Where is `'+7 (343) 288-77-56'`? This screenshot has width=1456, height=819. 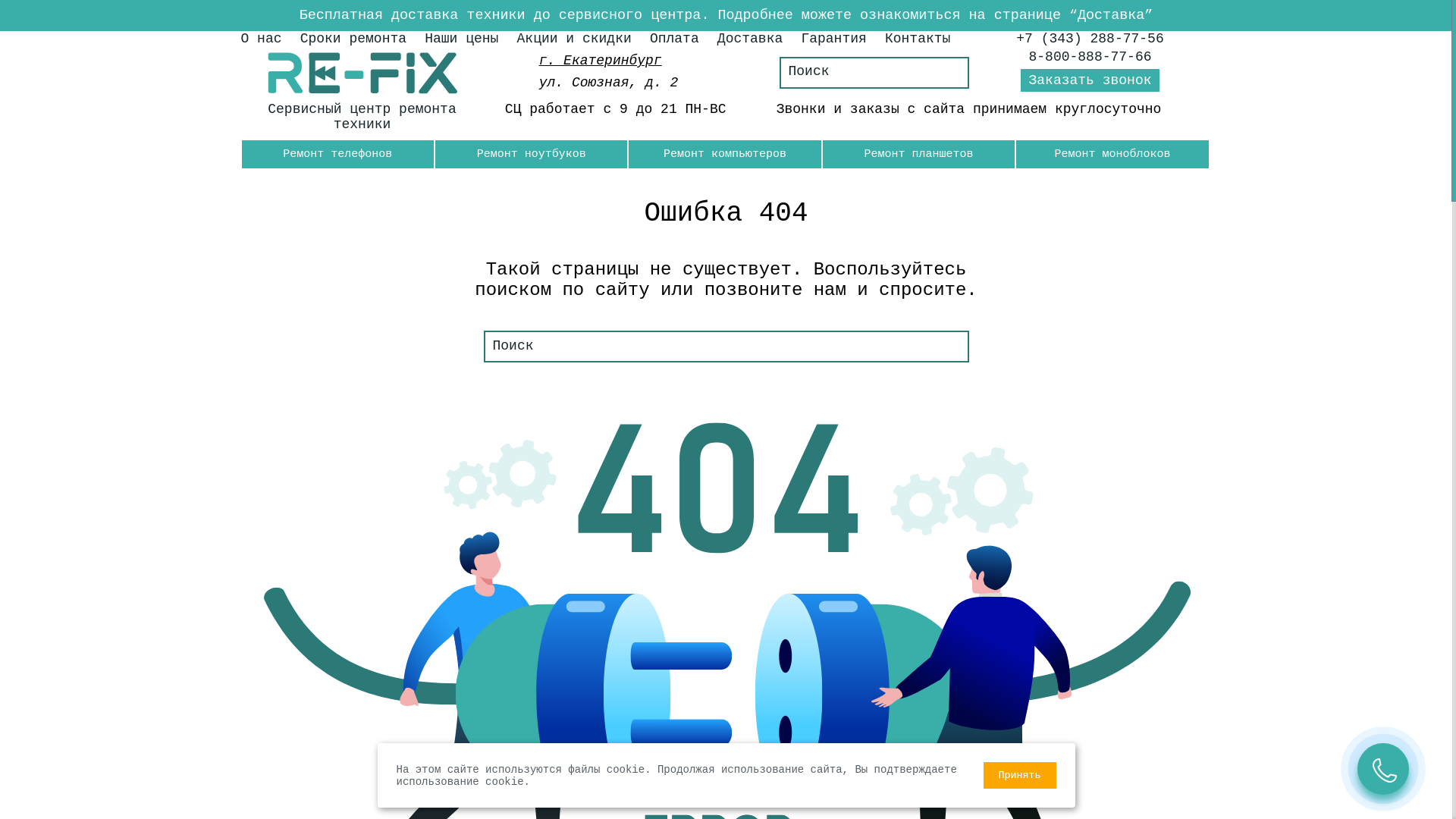 '+7 (343) 288-77-56' is located at coordinates (1088, 37).